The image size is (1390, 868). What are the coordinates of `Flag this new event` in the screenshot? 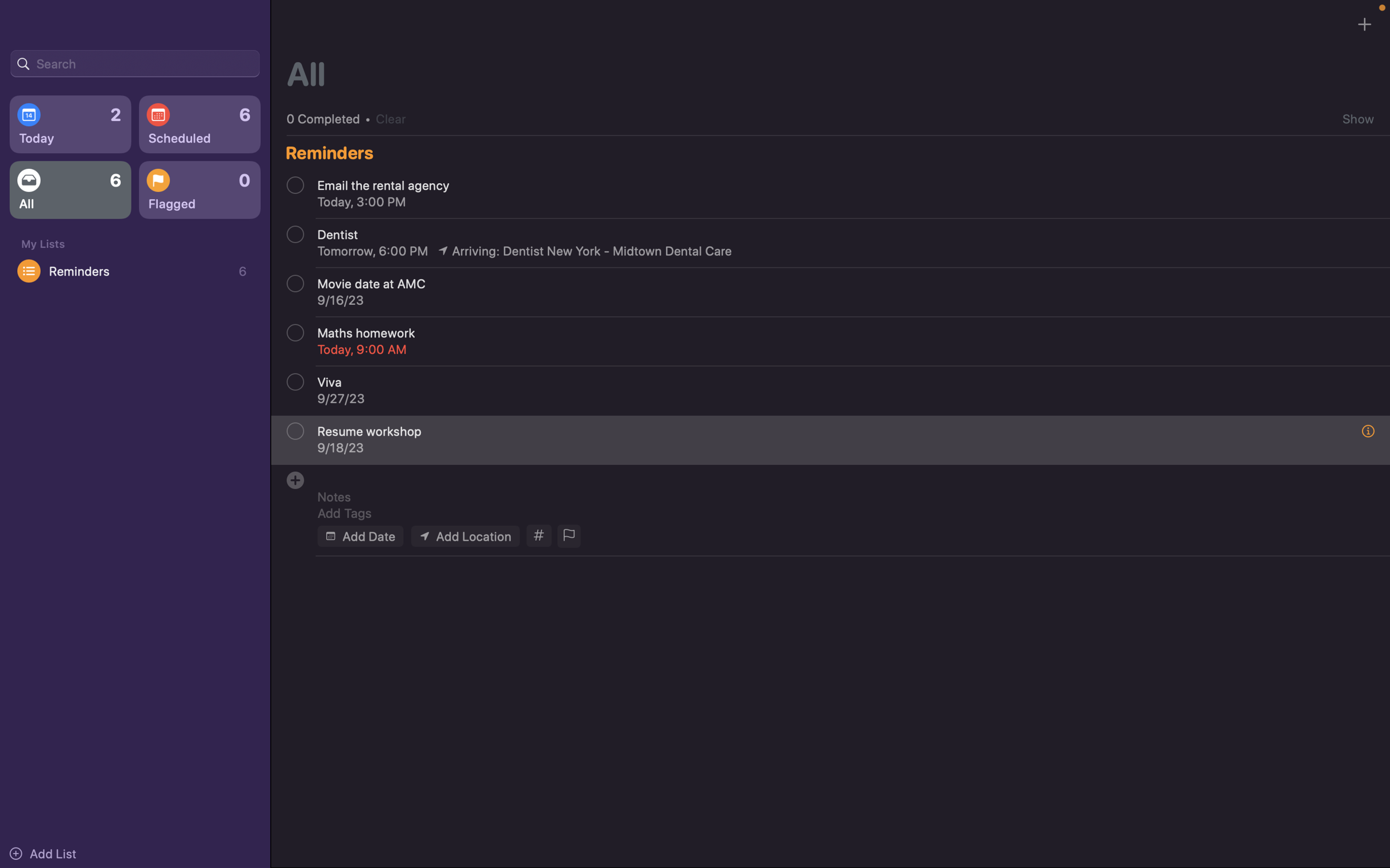 It's located at (567, 536).